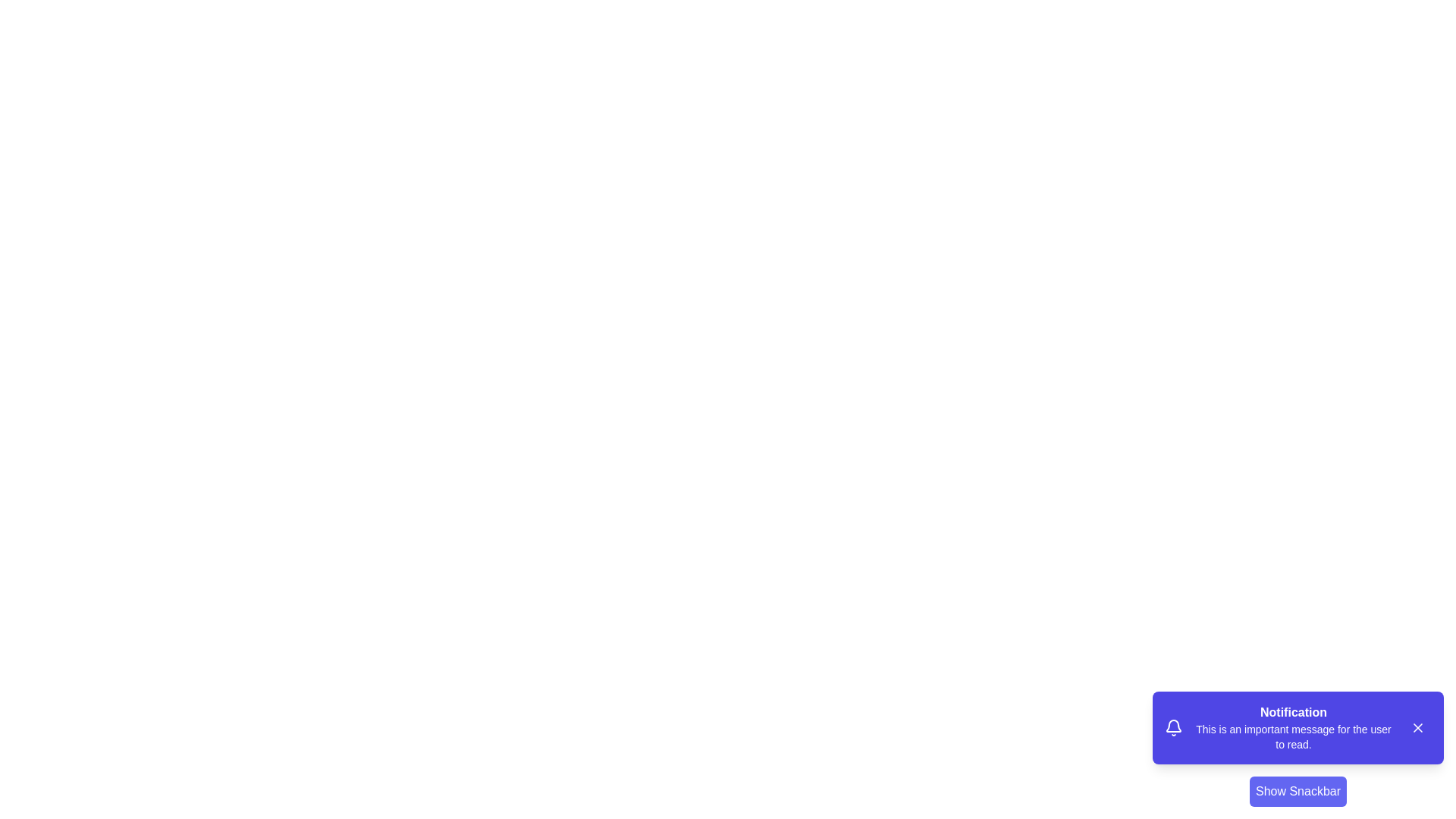 This screenshot has height=819, width=1456. Describe the element at coordinates (1298, 748) in the screenshot. I see `the notification component styled in vivid purple located at the bottom-right corner, which contains a title 'Notification', a message 'This is an important message for the user to read.', and a button labeled 'Show Snackbar'` at that location.